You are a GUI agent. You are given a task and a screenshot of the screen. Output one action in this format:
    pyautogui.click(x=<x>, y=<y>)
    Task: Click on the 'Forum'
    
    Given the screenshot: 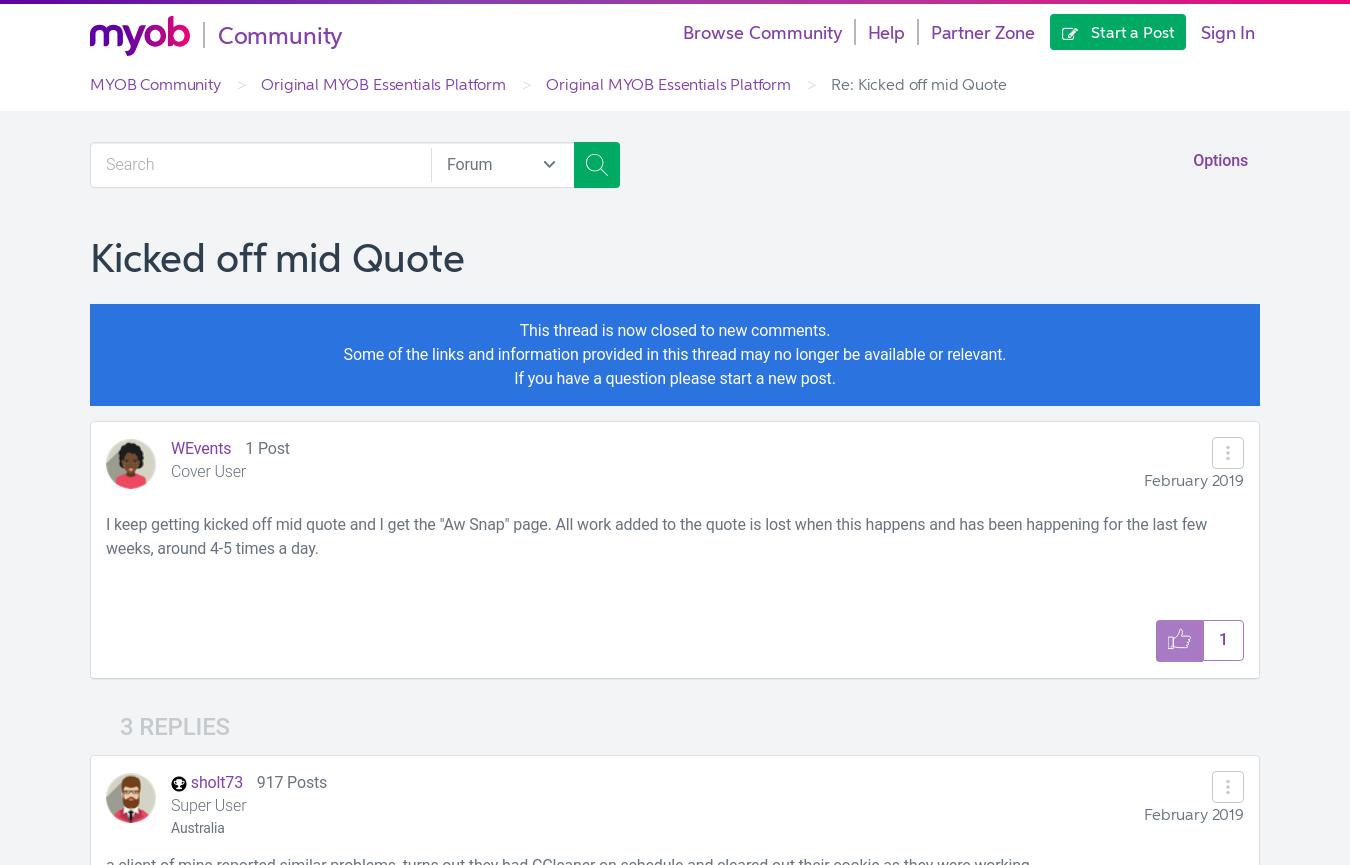 What is the action you would take?
    pyautogui.click(x=468, y=162)
    